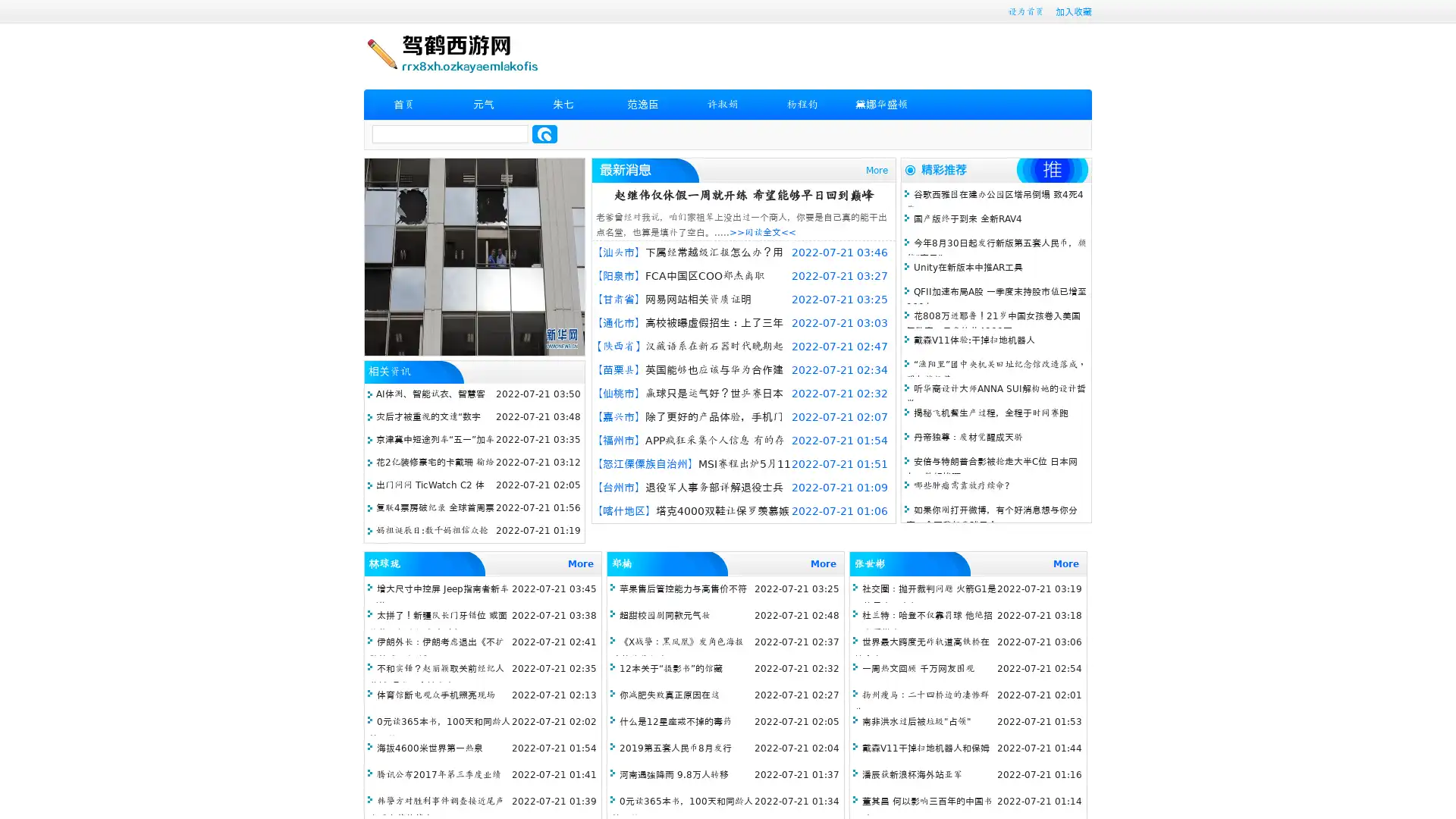 The height and width of the screenshot is (819, 1456). I want to click on Search, so click(544, 133).